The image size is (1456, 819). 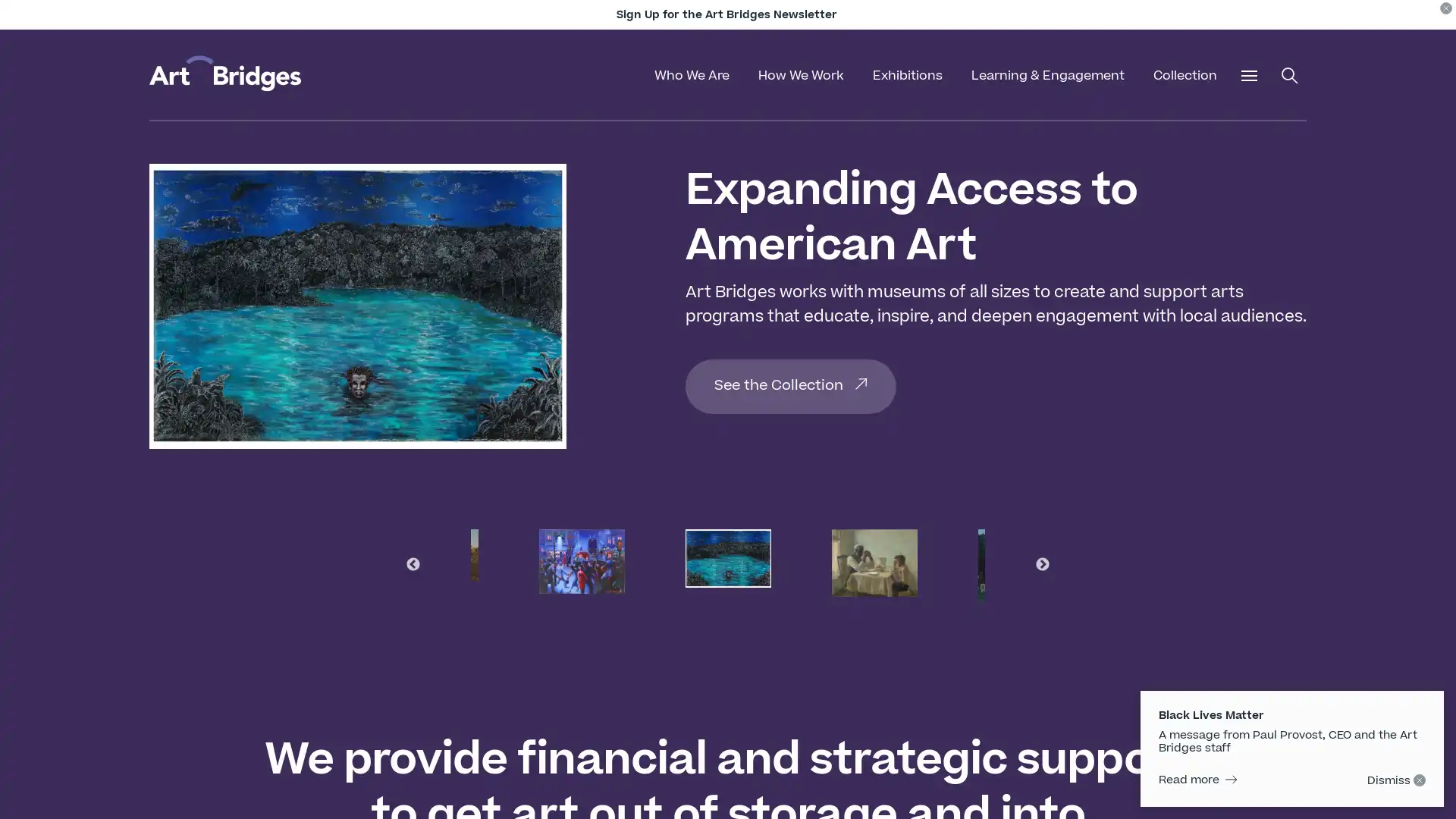 What do you see at coordinates (1041, 564) in the screenshot?
I see `Next` at bounding box center [1041, 564].